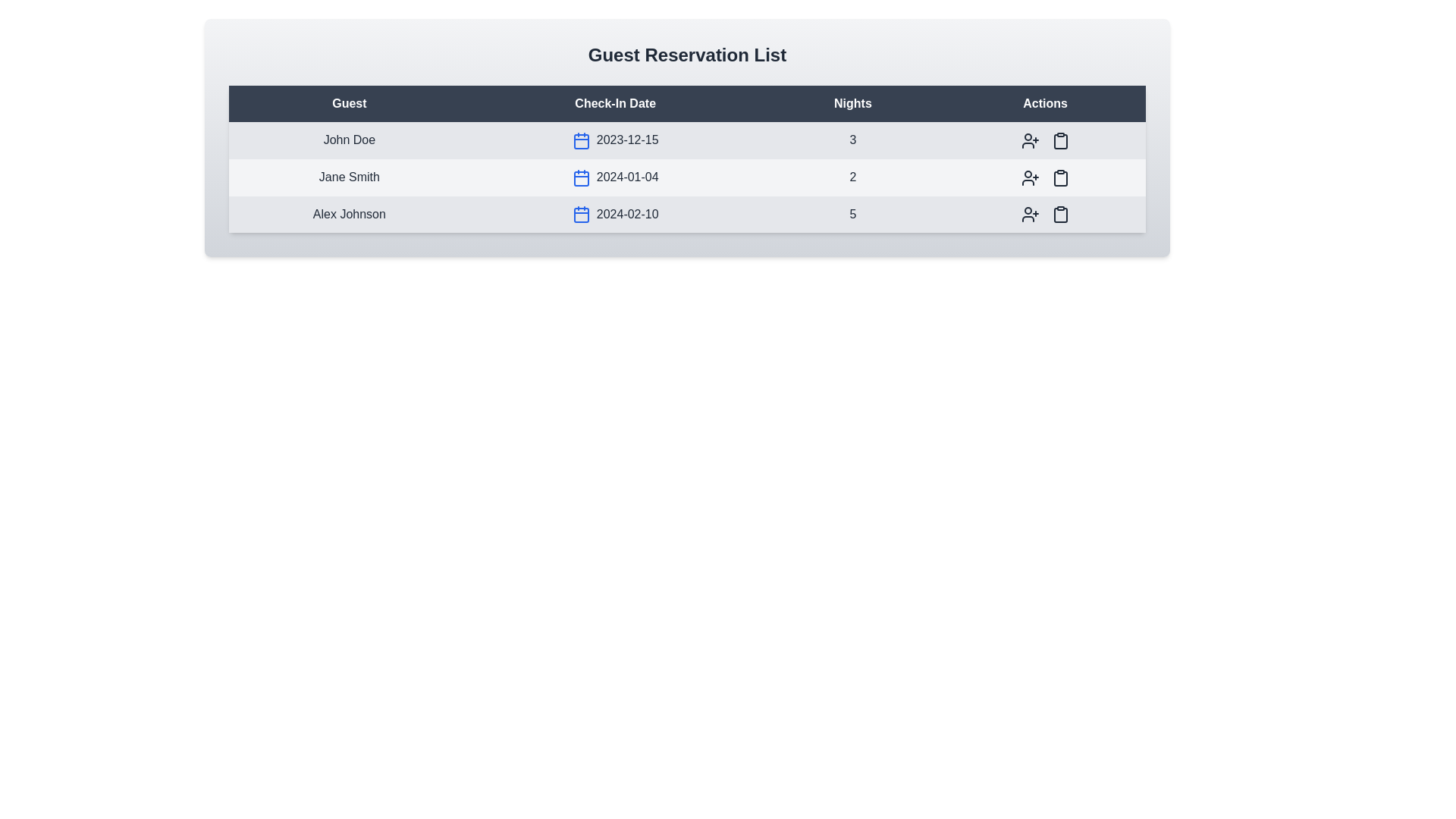  Describe the element at coordinates (348, 140) in the screenshot. I see `text label displaying the name of the guest in the first entry of the 'Guest' column in the reservation list table` at that location.